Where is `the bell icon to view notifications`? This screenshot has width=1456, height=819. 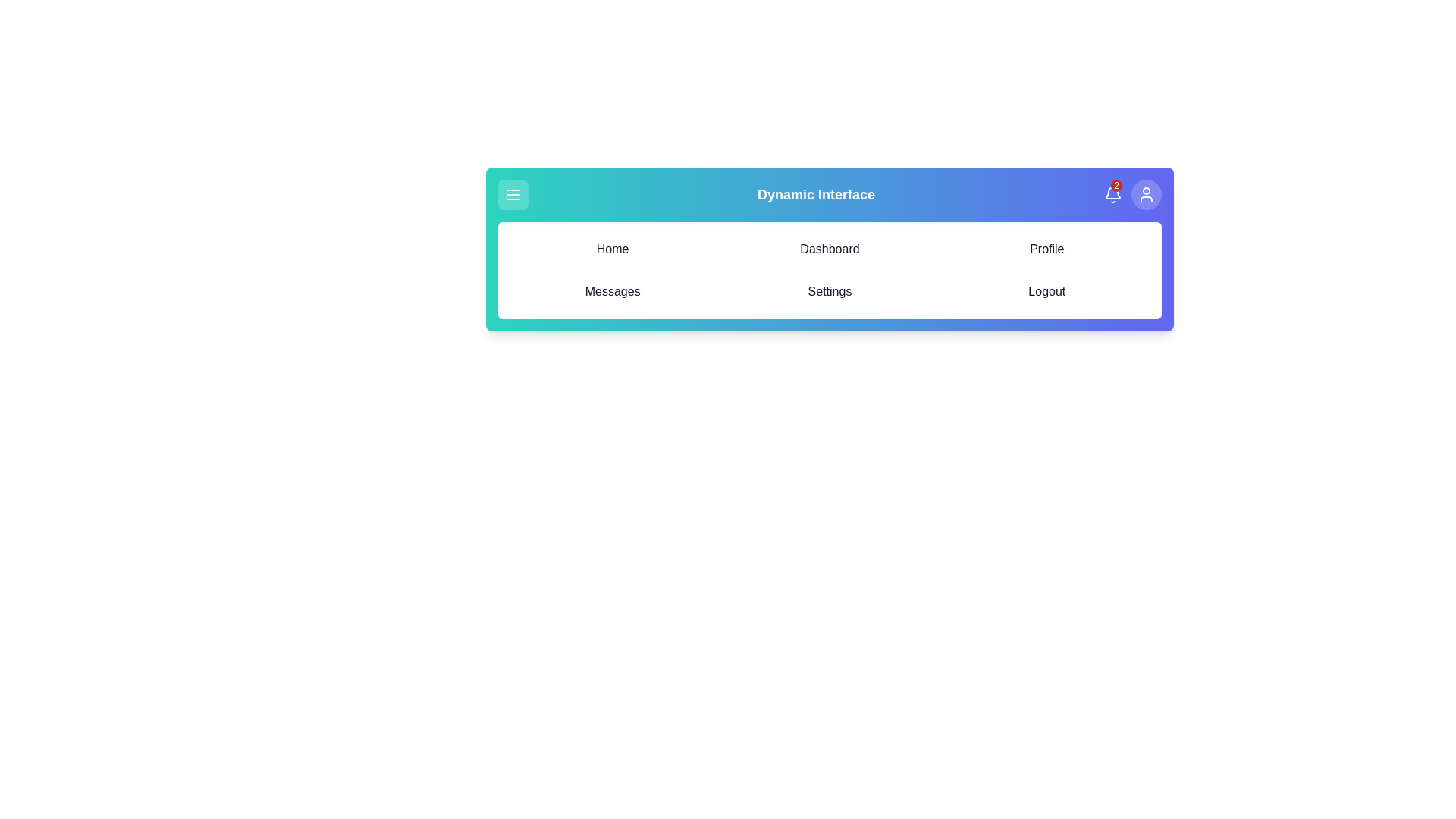 the bell icon to view notifications is located at coordinates (1113, 194).